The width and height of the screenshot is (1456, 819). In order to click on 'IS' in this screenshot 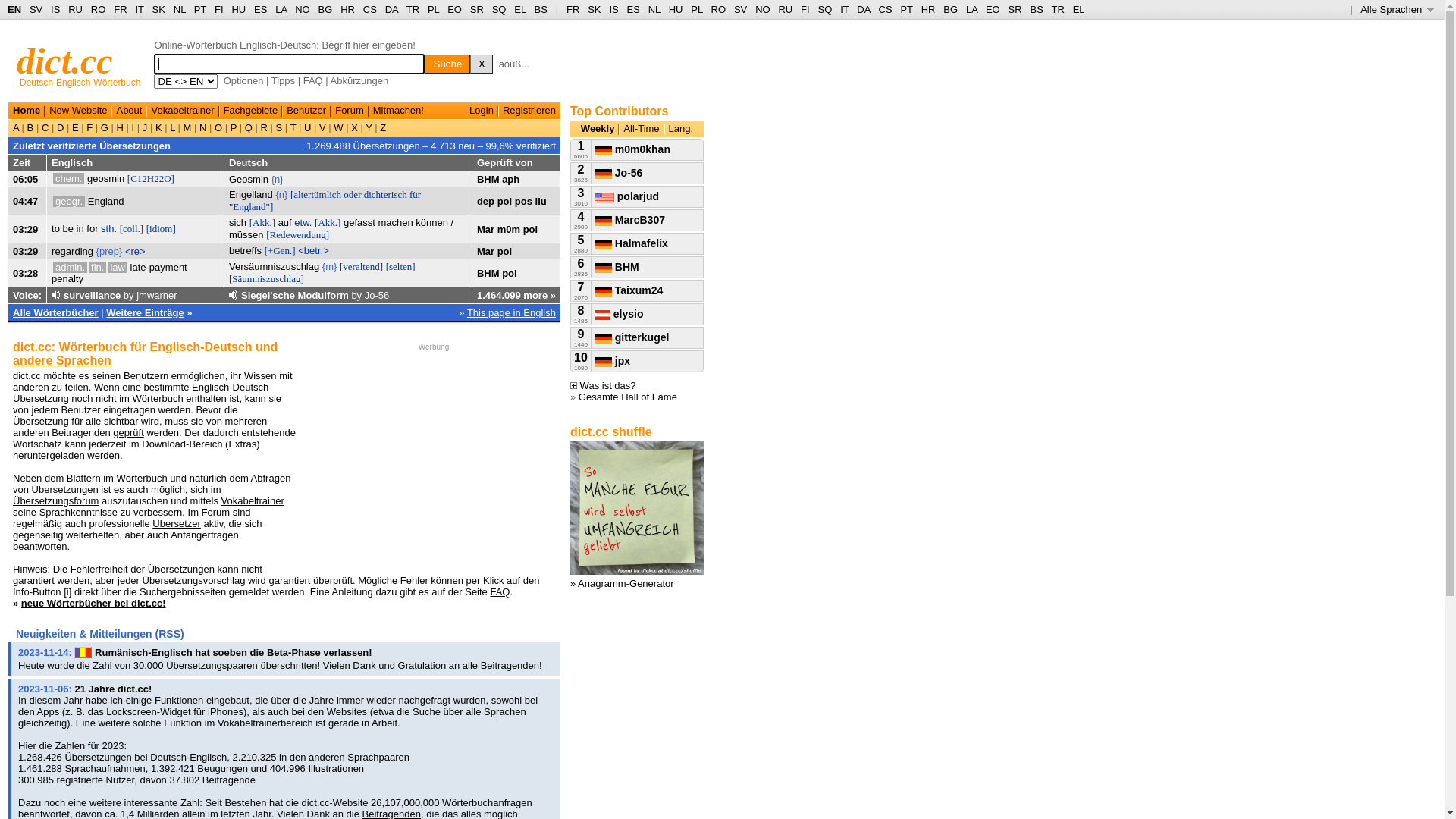, I will do `click(55, 9)`.